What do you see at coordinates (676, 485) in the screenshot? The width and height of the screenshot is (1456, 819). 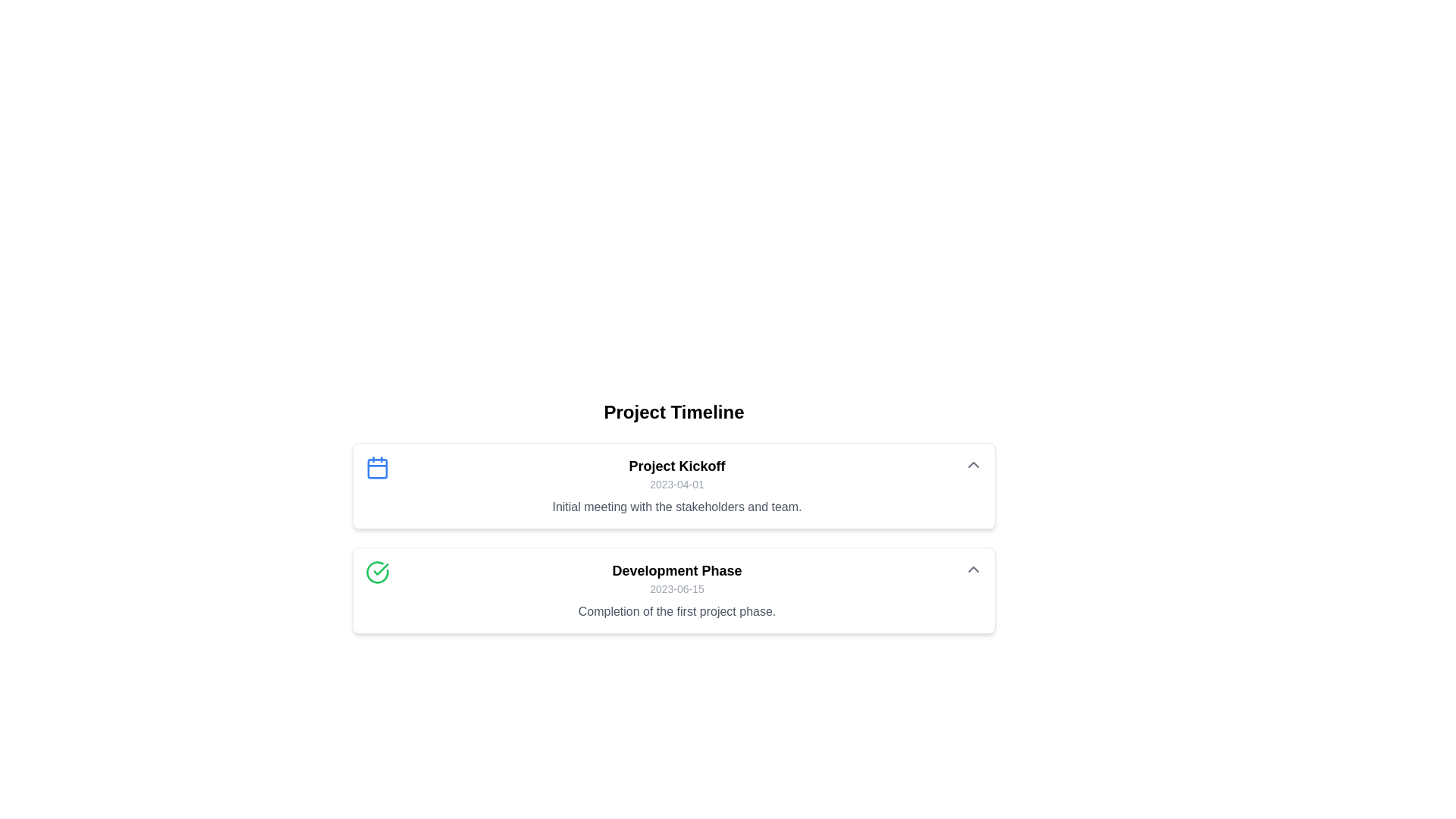 I see `the Text Panel element, which is the first entry in the 'Project Timeline' view, located beneath the title 'Project Timeline' and above the 'Development Phase' entry` at bounding box center [676, 485].